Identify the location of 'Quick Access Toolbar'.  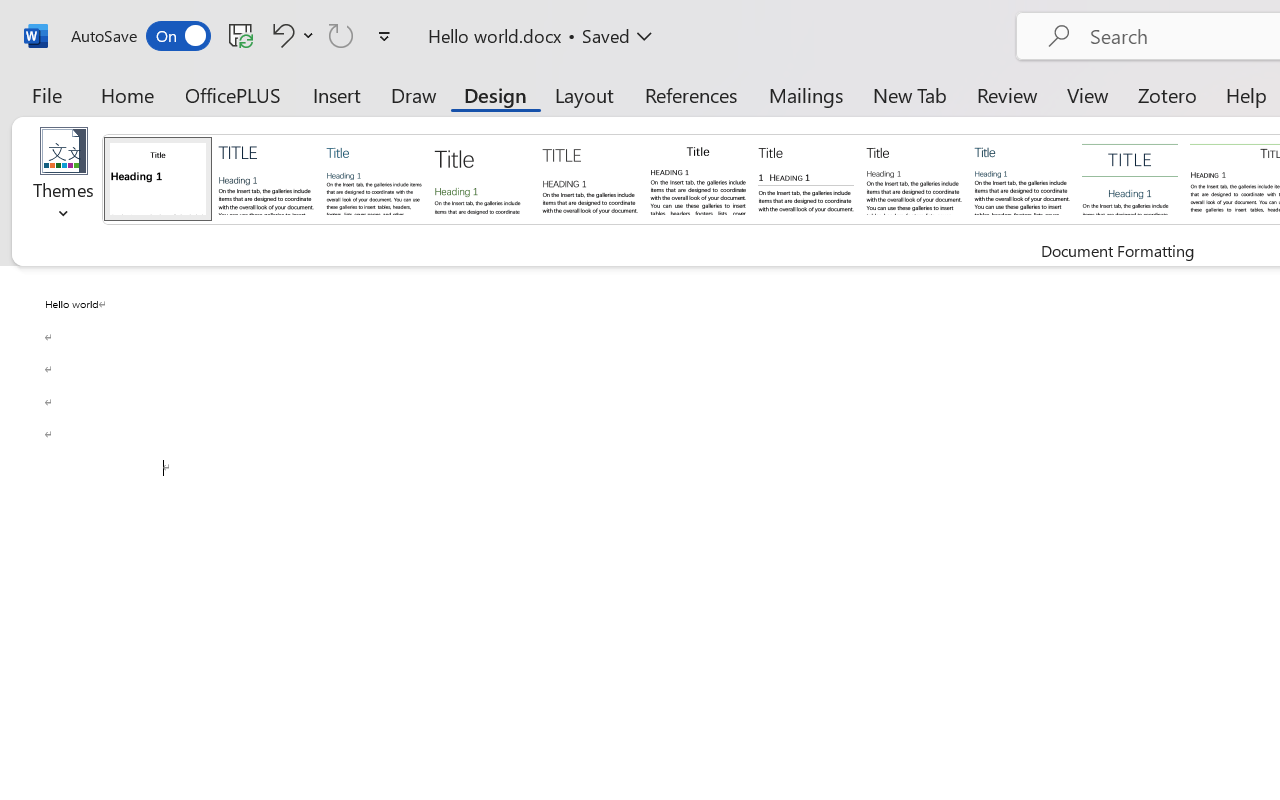
(234, 35).